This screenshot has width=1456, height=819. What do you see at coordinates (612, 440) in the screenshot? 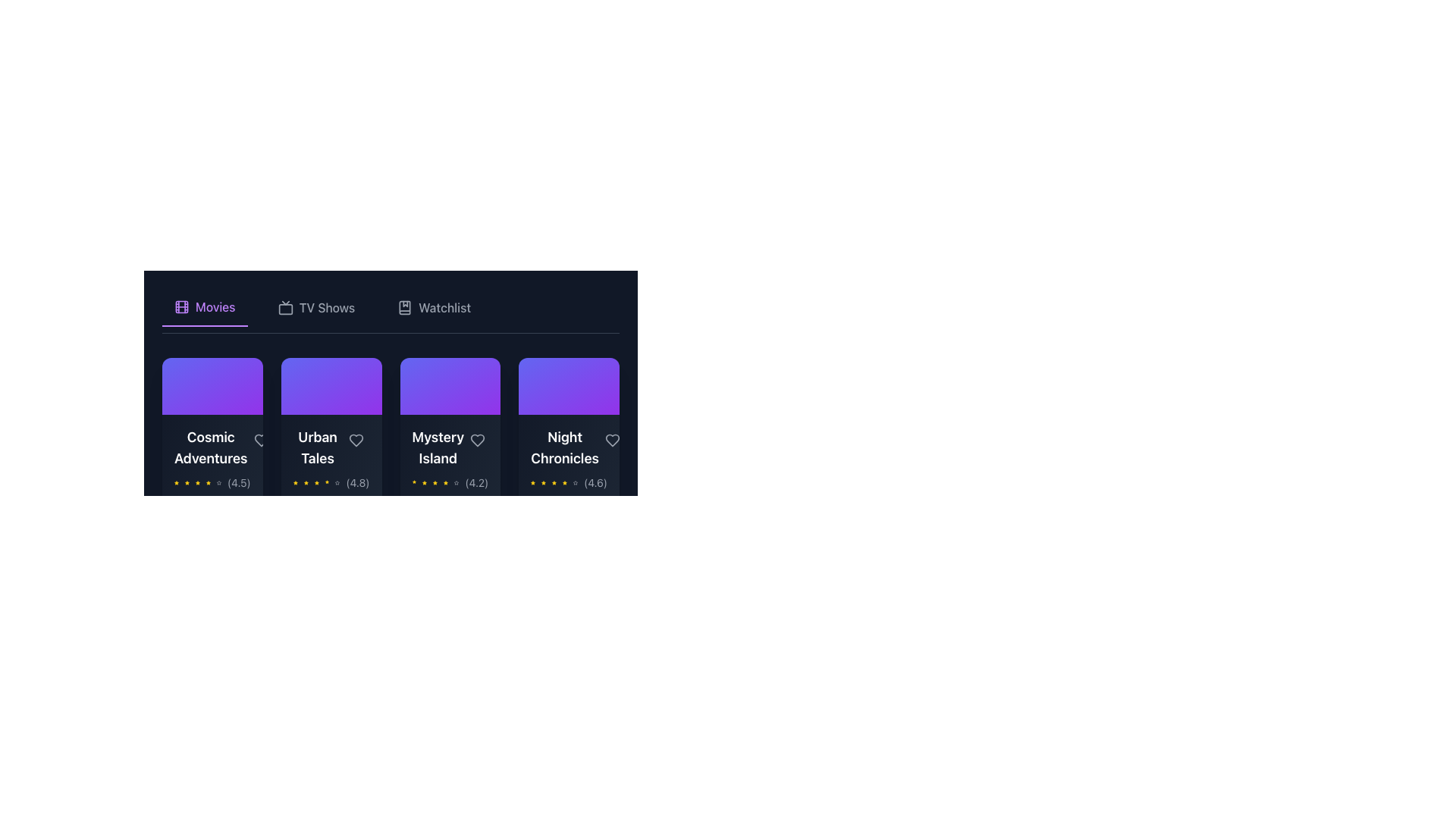
I see `the heart-shaped icon with a hollow center located in the bottom-right corner of the 'Night Chronicles' card` at bounding box center [612, 440].